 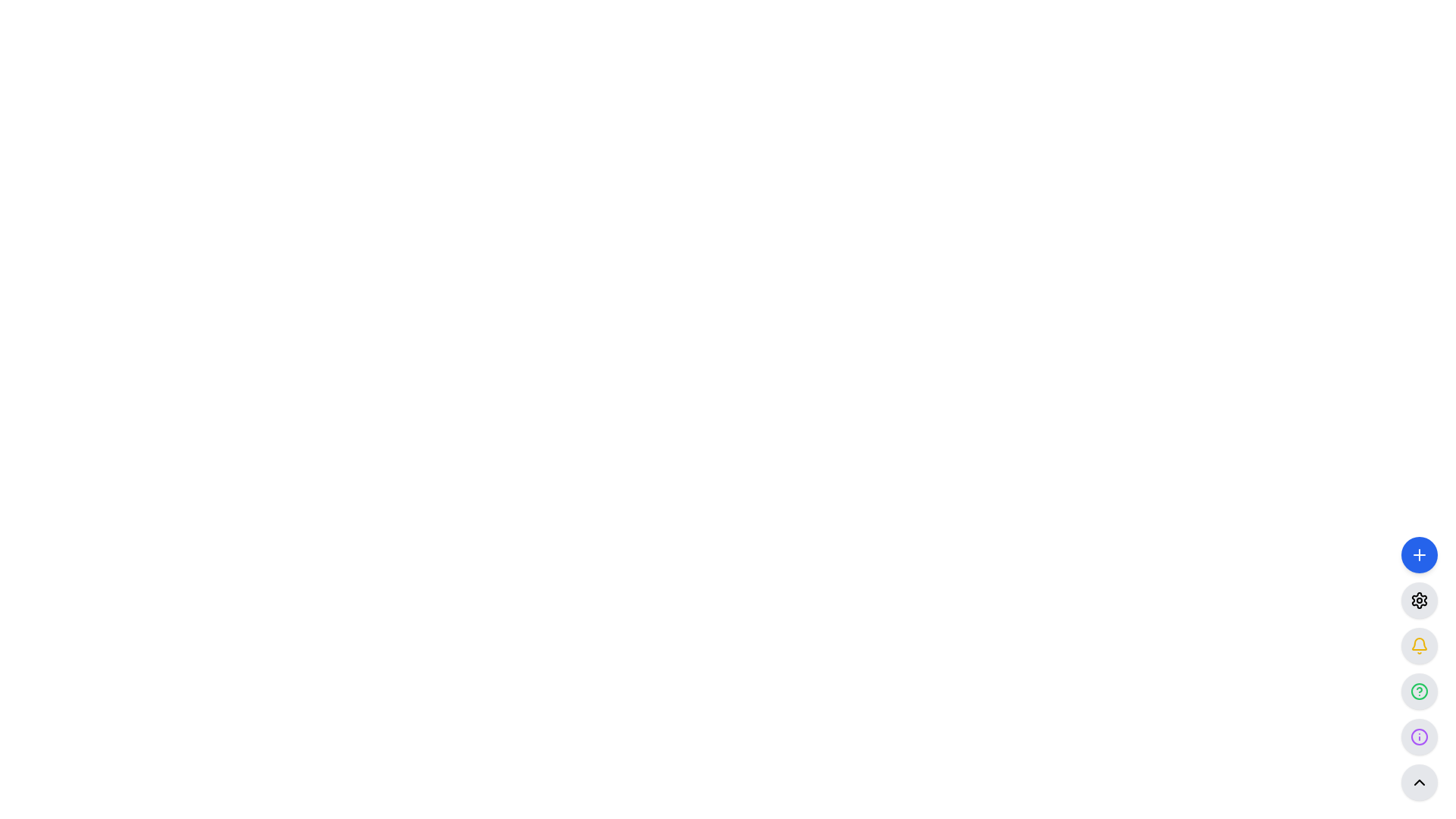 I want to click on the green help button with a question mark icon, which is the third button in a vertical stack of buttons on the right side of the interface, so click(x=1419, y=691).